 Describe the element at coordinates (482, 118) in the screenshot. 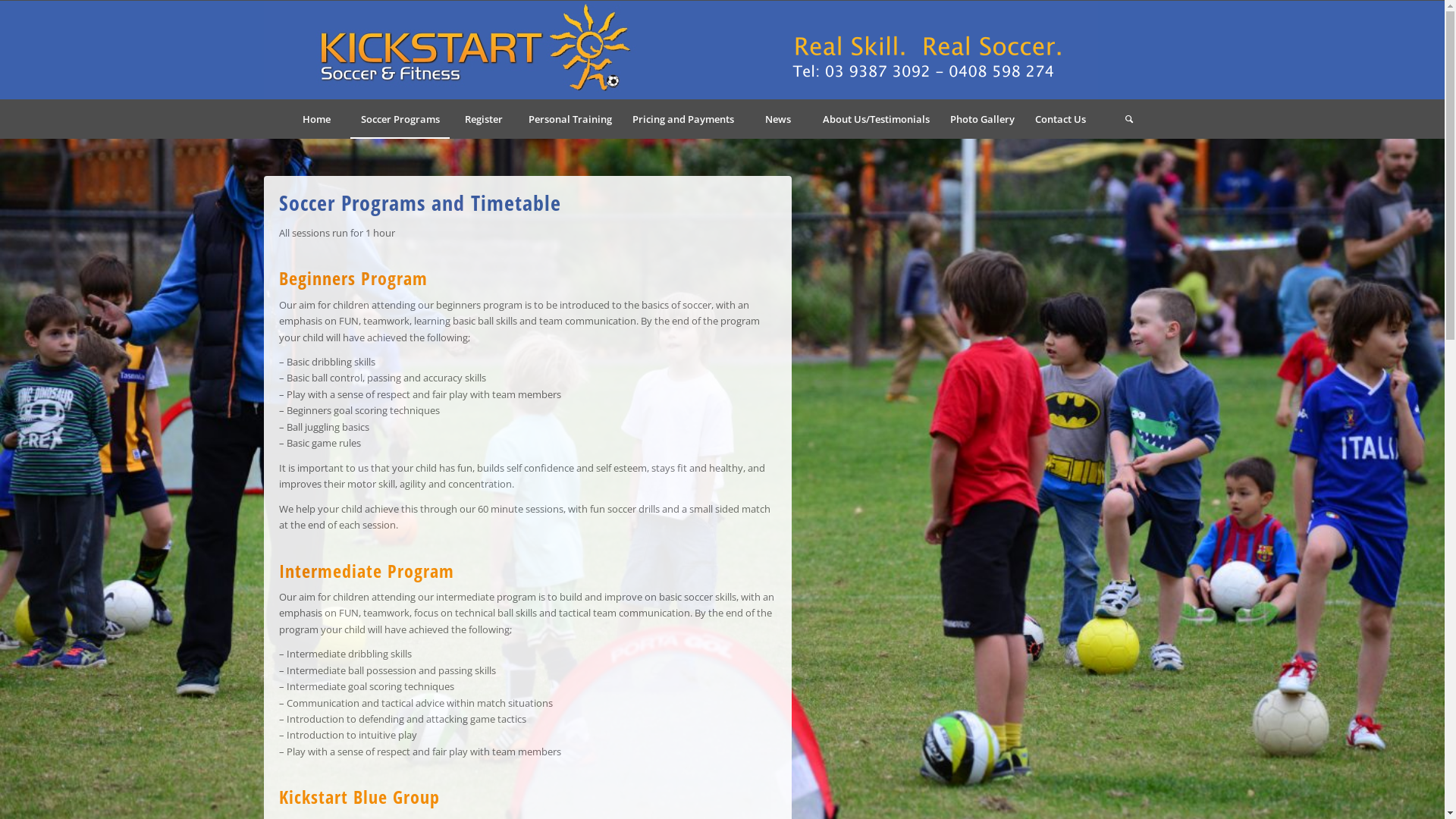

I see `'Register'` at that location.